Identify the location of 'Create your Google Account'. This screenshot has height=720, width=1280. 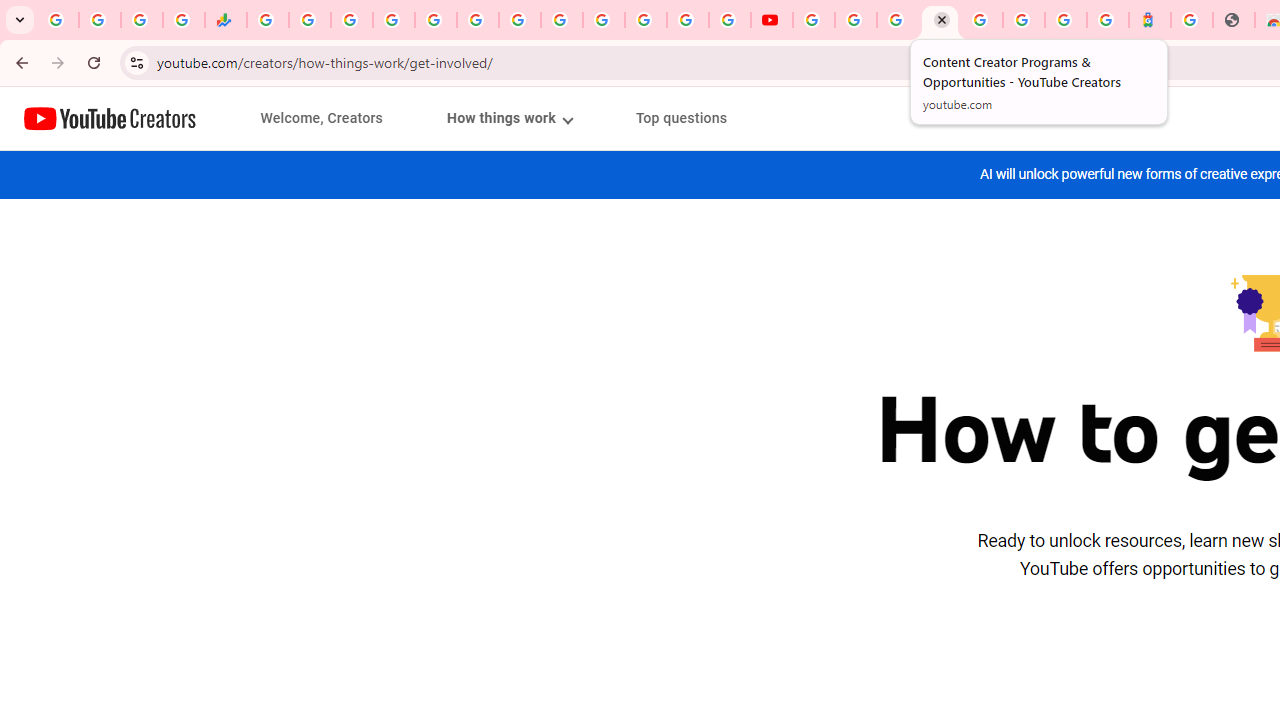
(896, 20).